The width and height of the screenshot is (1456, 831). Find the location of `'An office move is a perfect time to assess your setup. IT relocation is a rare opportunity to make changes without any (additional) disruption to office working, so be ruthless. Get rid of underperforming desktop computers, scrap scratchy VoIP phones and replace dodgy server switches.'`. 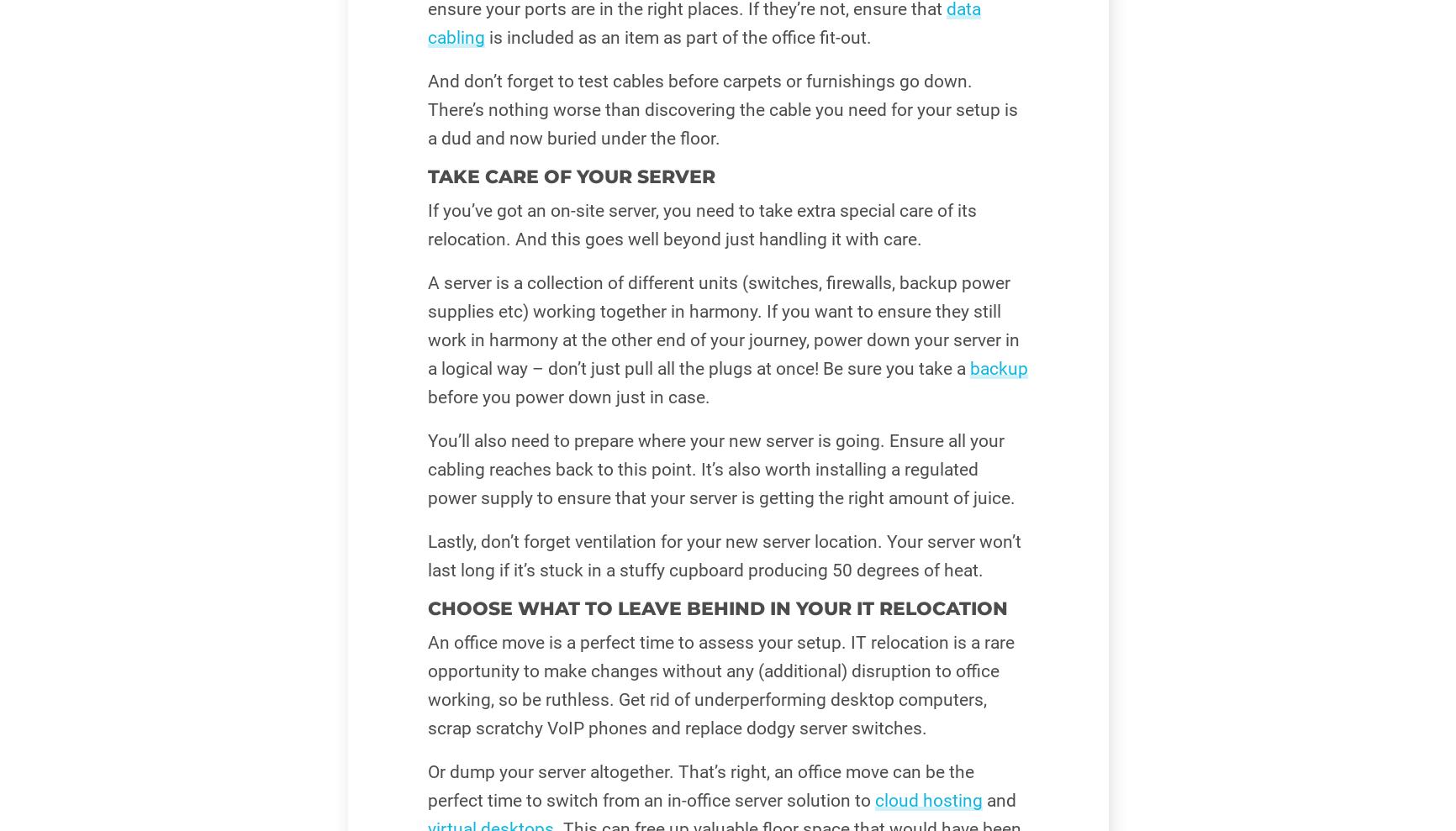

'An office move is a perfect time to assess your setup. IT relocation is a rare opportunity to make changes without any (additional) disruption to office working, so be ruthless. Get rid of underperforming desktop computers, scrap scratchy VoIP phones and replace dodgy server switches.' is located at coordinates (719, 685).